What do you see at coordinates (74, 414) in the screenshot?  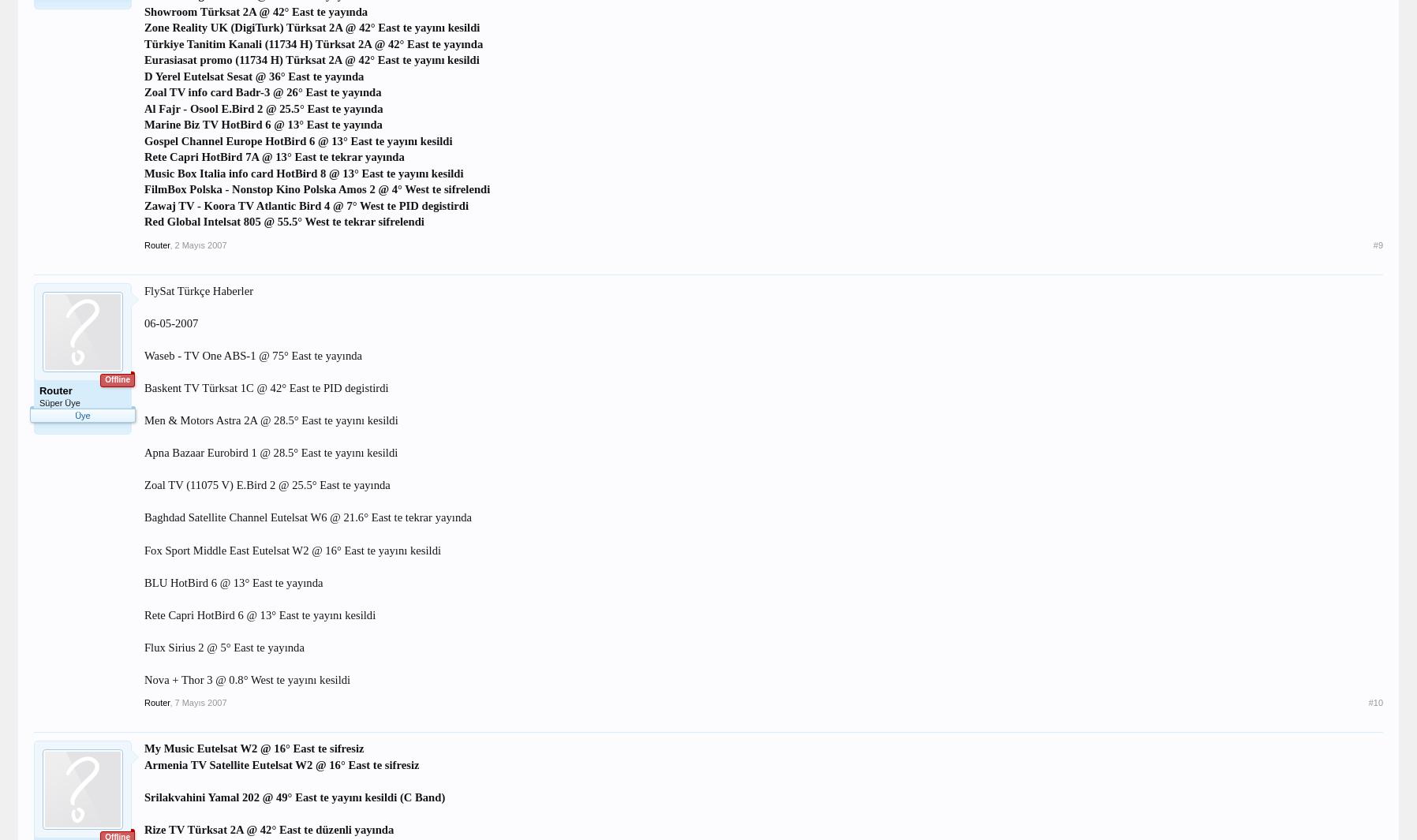 I see `'Üye'` at bounding box center [74, 414].